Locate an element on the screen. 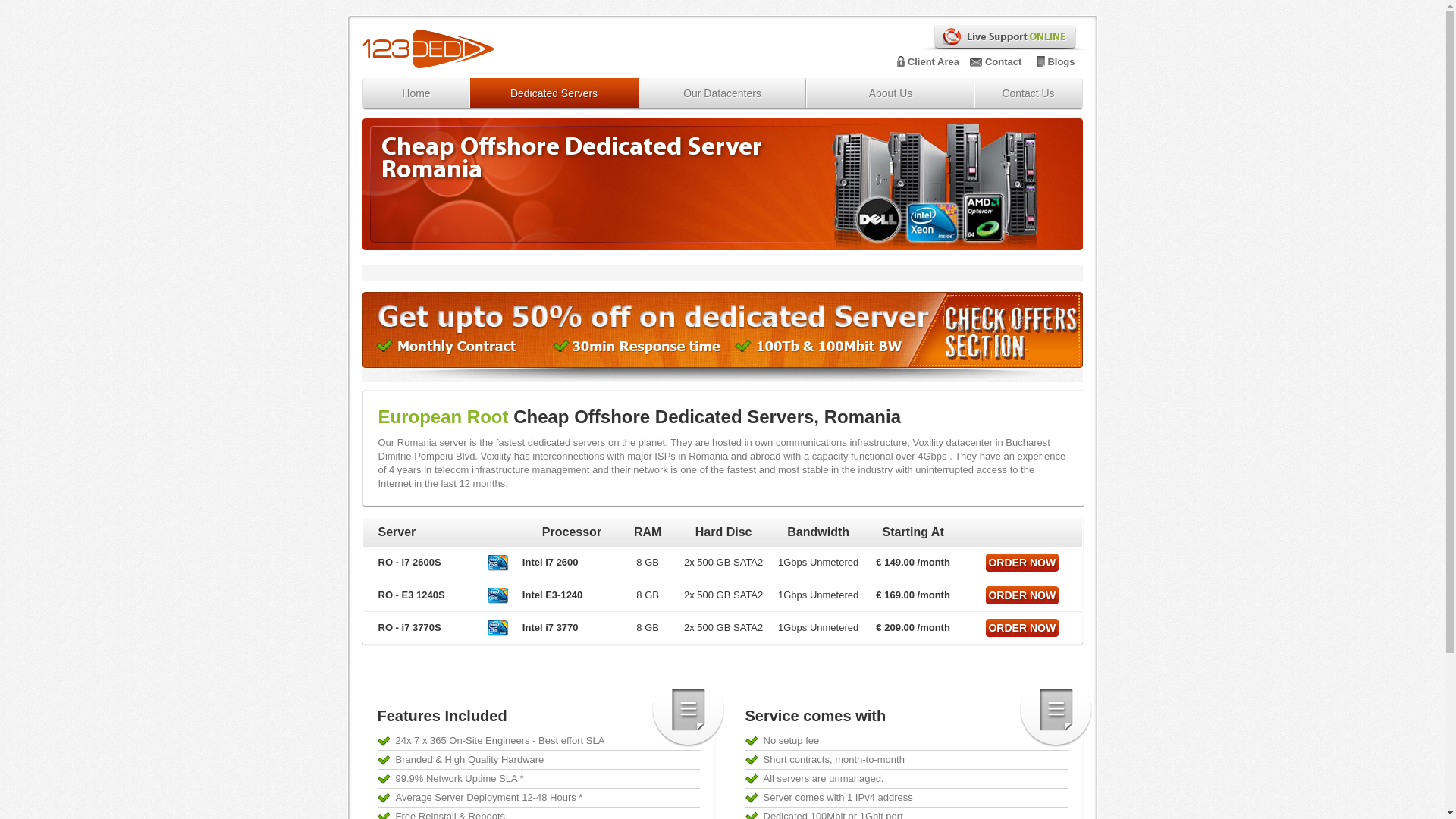 The width and height of the screenshot is (1456, 819). 'Dedicated Servers' is located at coordinates (553, 93).